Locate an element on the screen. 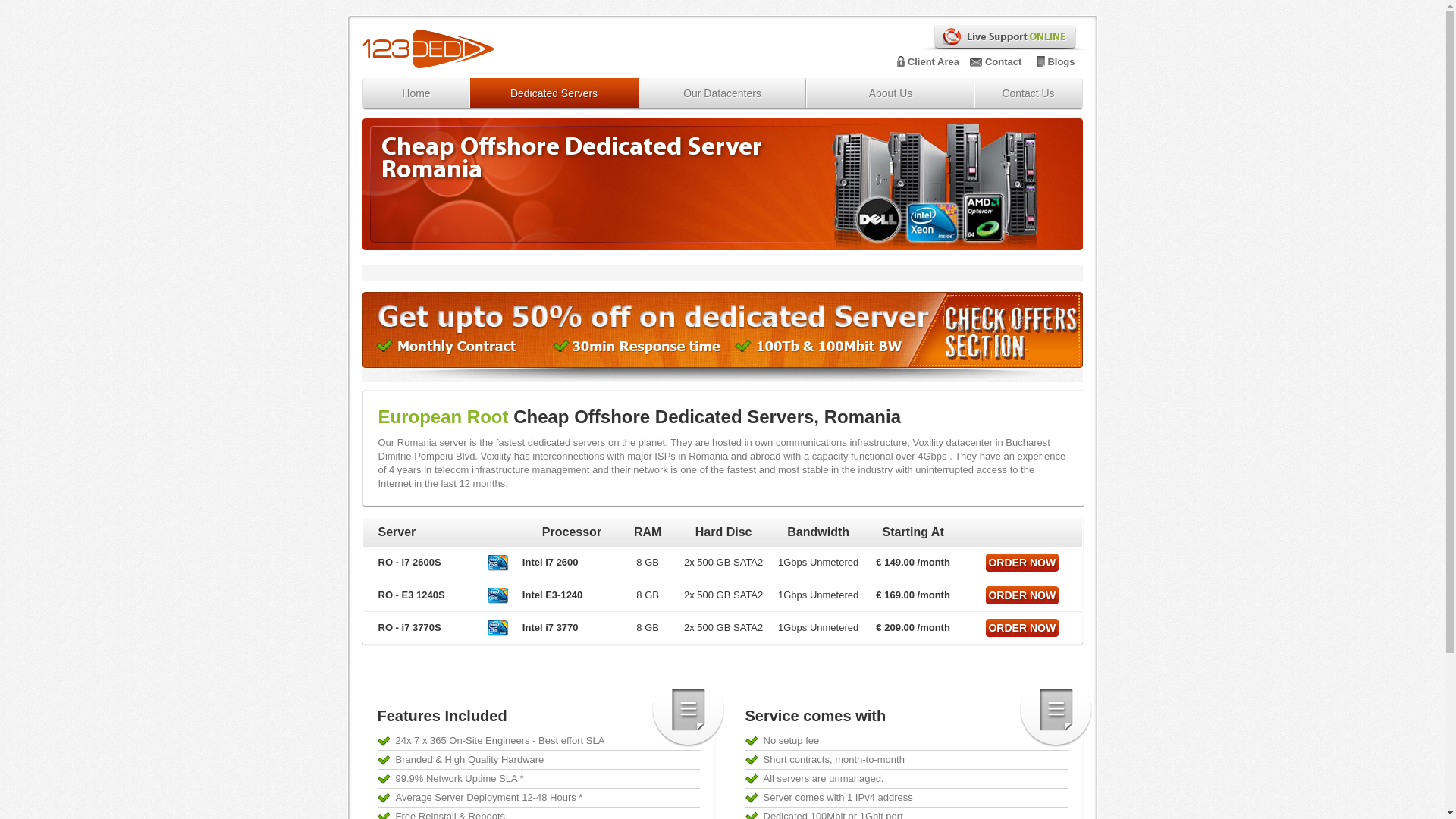 The width and height of the screenshot is (1456, 819). 'Dedicated Servers' is located at coordinates (553, 93).